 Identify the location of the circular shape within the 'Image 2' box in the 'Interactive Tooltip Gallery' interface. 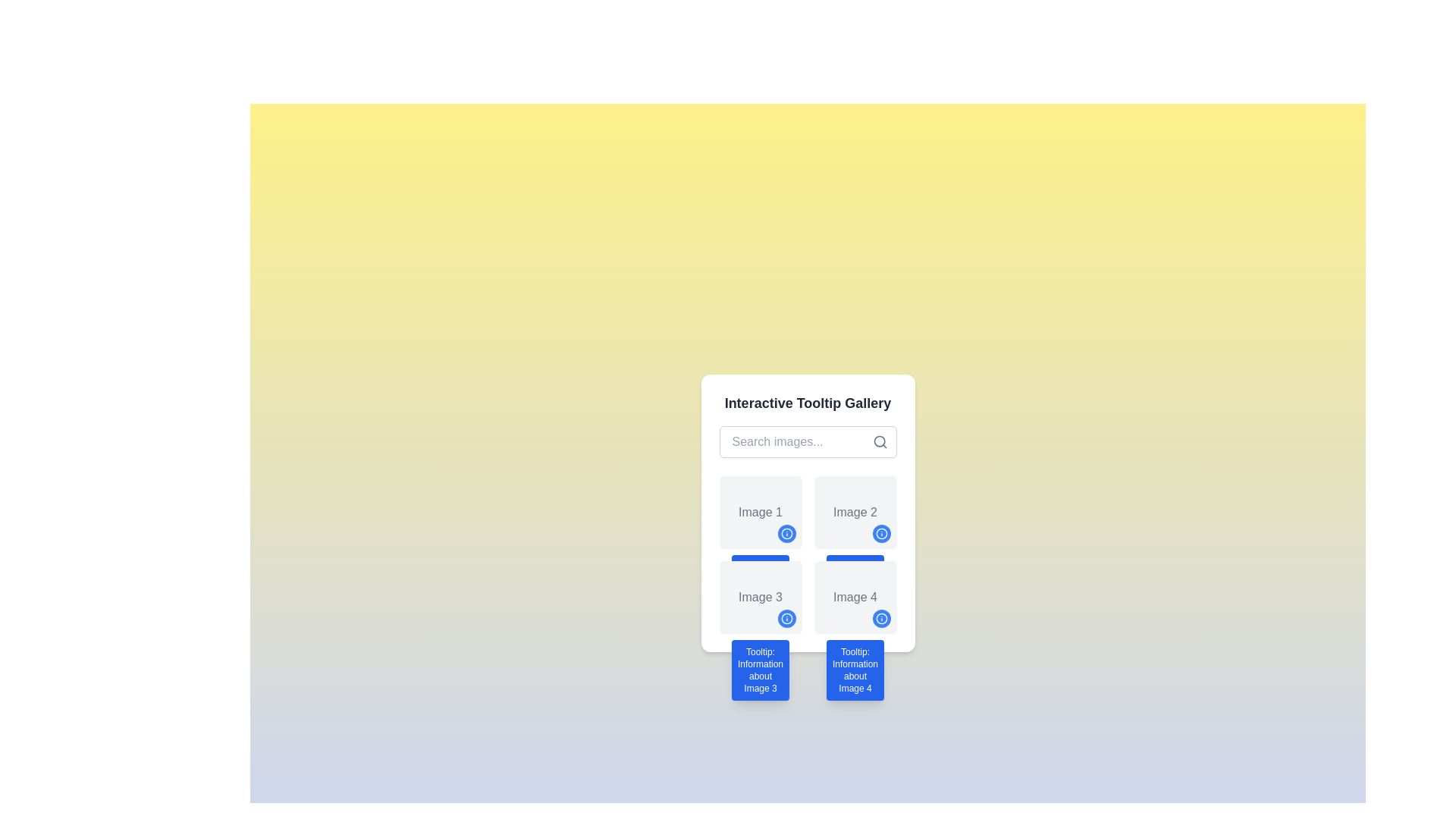
(881, 533).